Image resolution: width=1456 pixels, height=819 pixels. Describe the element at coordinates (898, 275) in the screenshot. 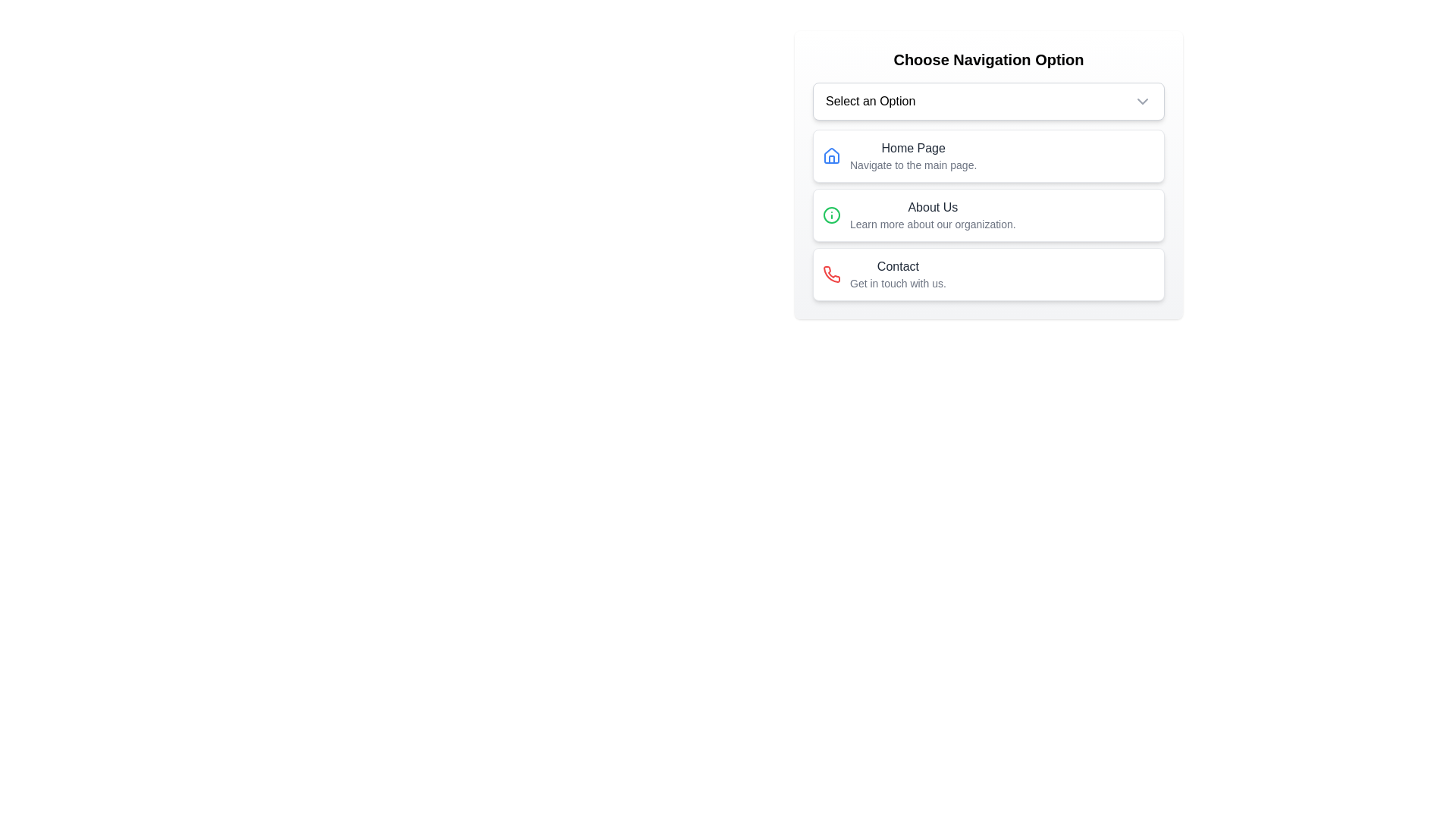

I see `the text block that serves as a clickable label for contacting the organization, located as the third item in the 'Choose Navigation Option' list within a white card-like section` at that location.